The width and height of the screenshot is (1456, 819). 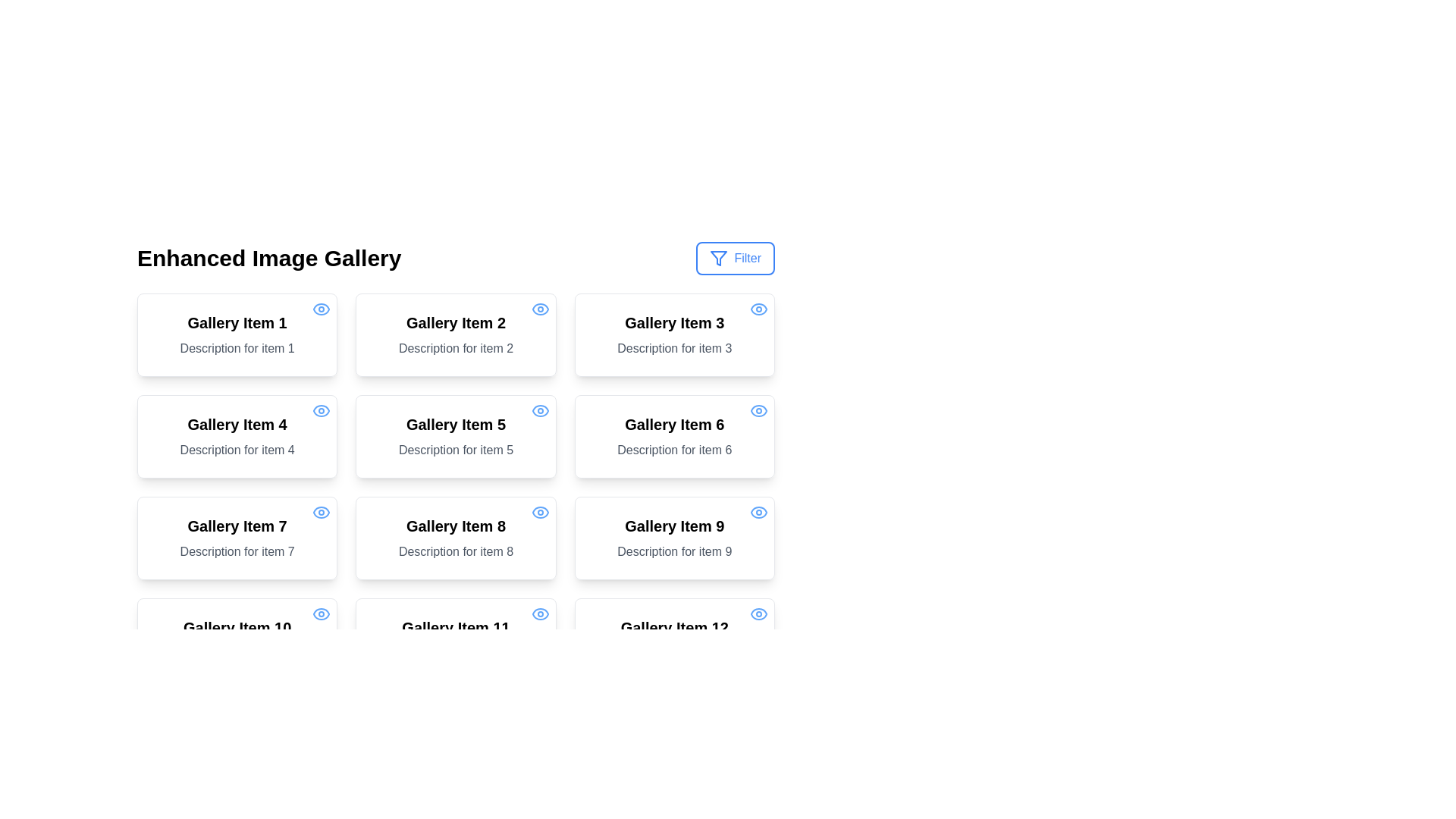 What do you see at coordinates (540, 512) in the screenshot?
I see `the outer boundary shape of the eye icon in the top-right corner of the 'Gallery Item 8' card` at bounding box center [540, 512].